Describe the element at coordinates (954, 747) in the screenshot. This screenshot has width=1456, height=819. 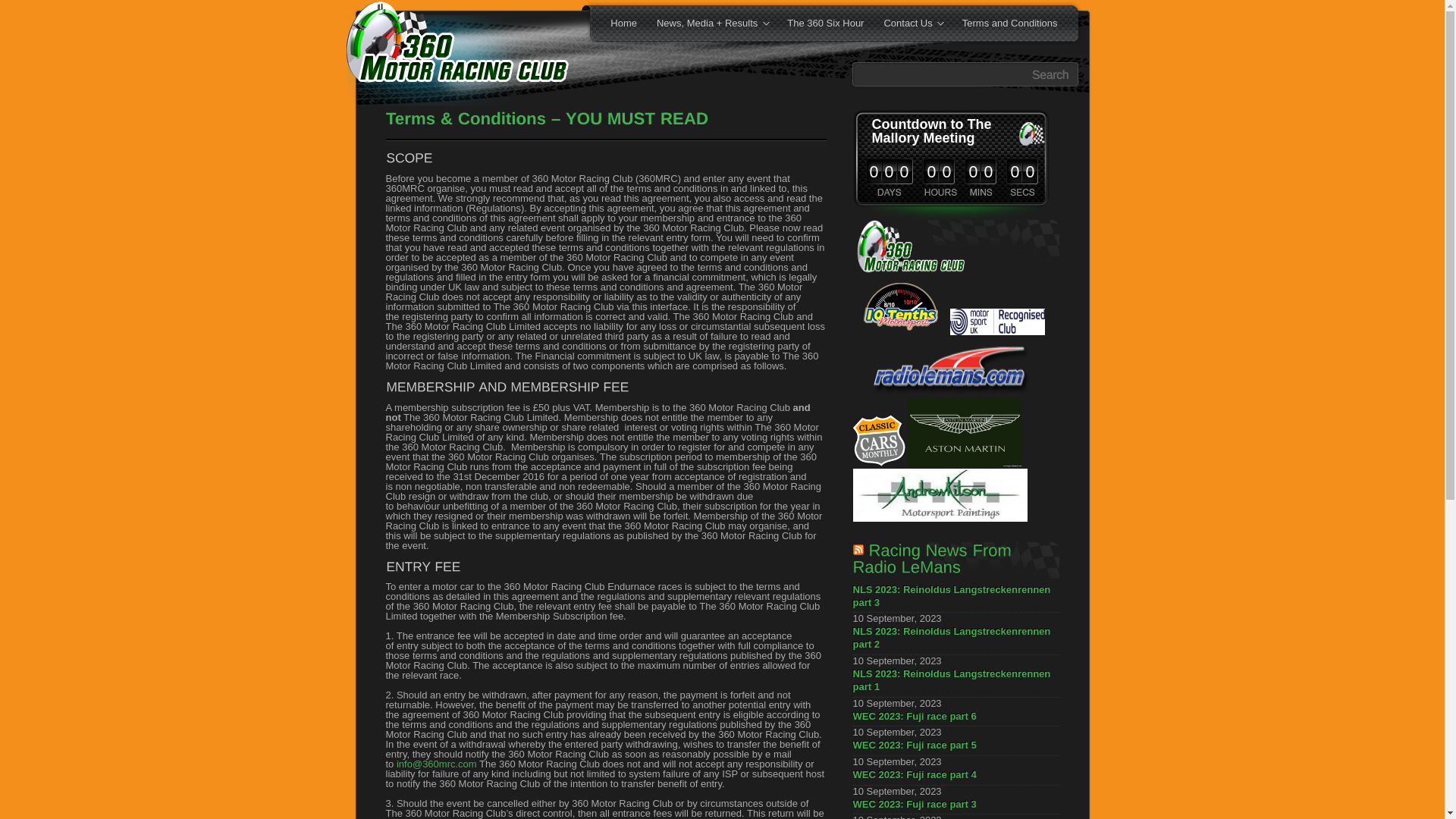
I see `'WEC 2023: Fuji race part 5'` at that location.